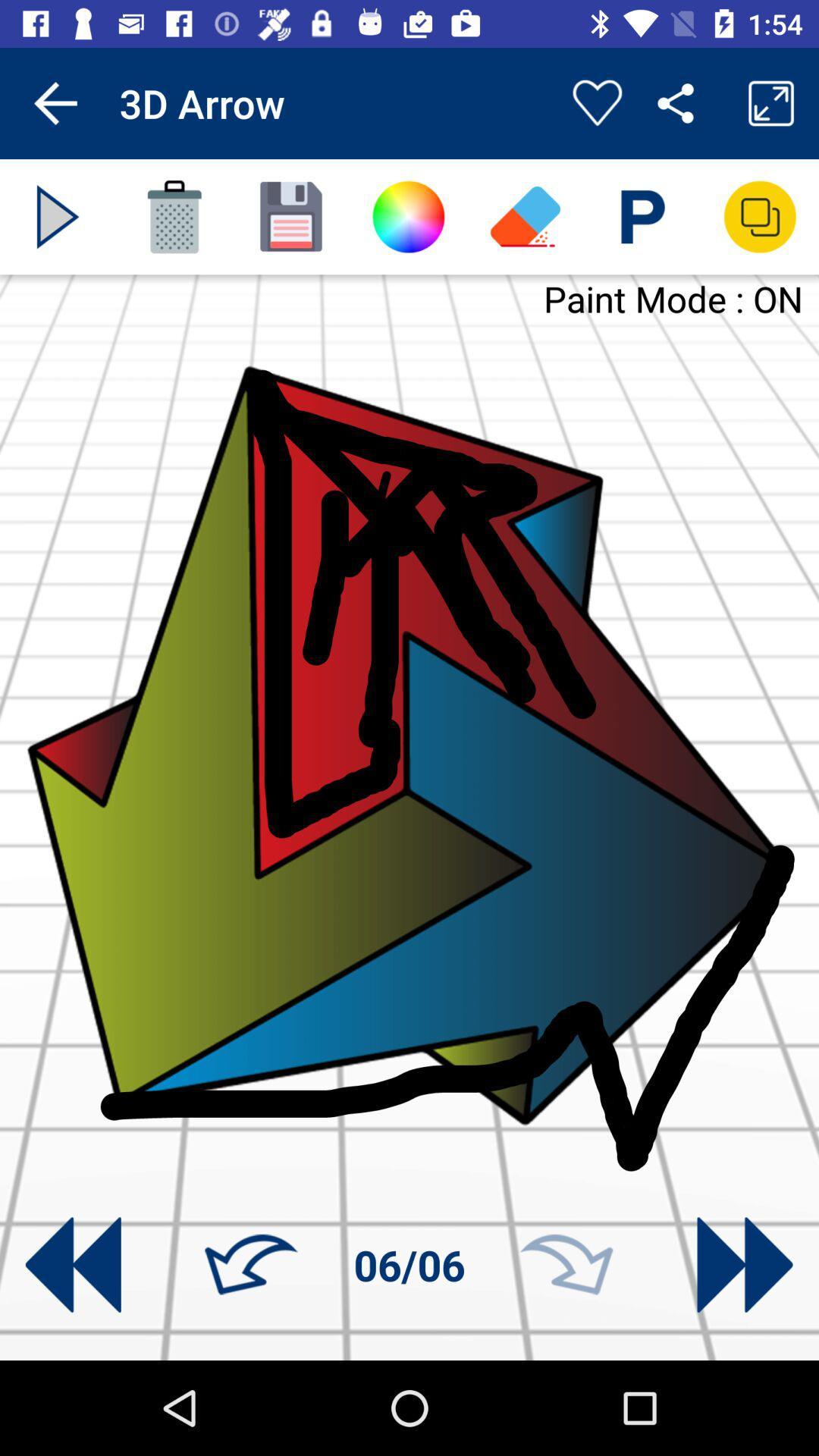  I want to click on the av_rewind icon, so click(73, 1265).